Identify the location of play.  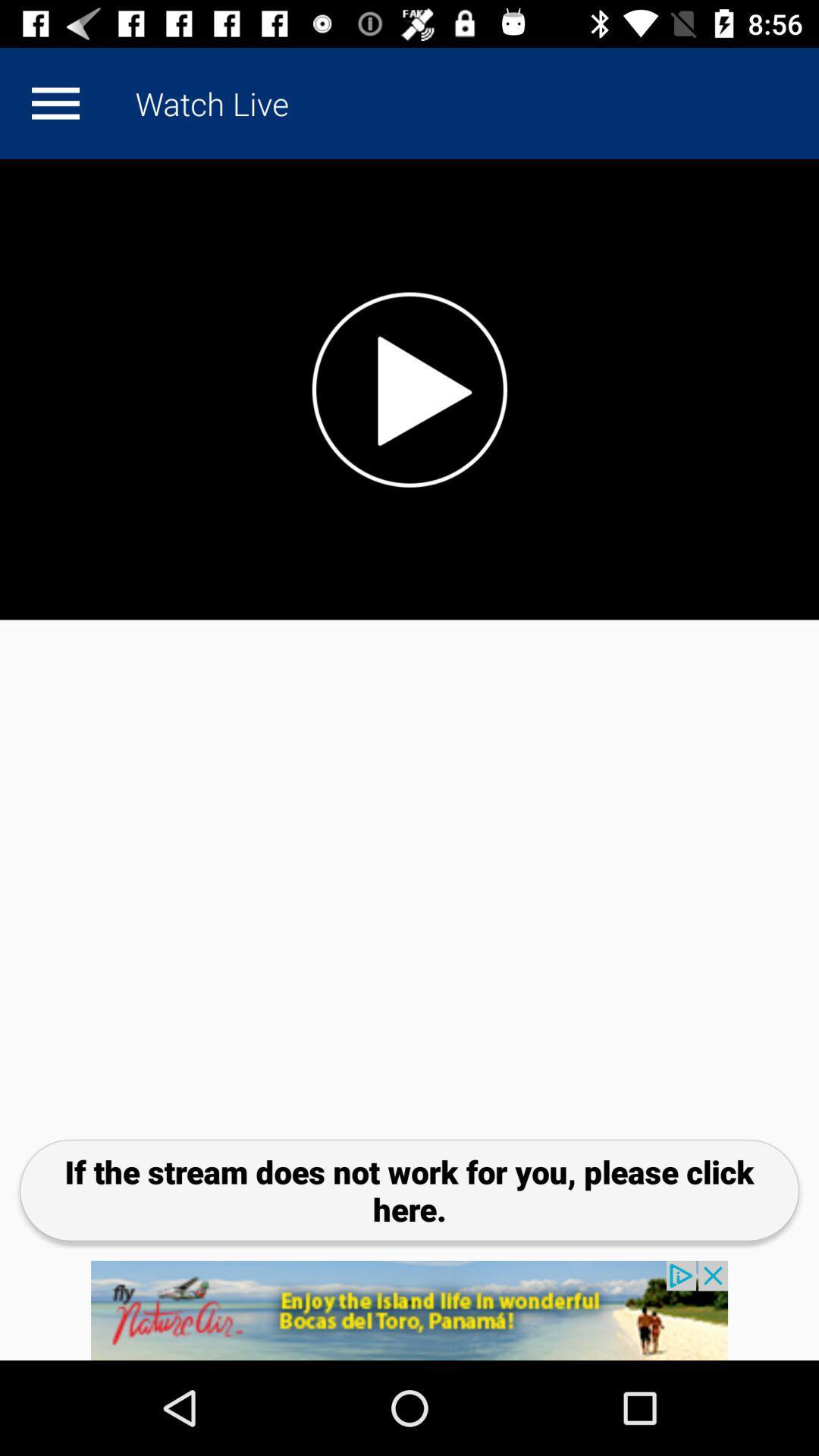
(409, 389).